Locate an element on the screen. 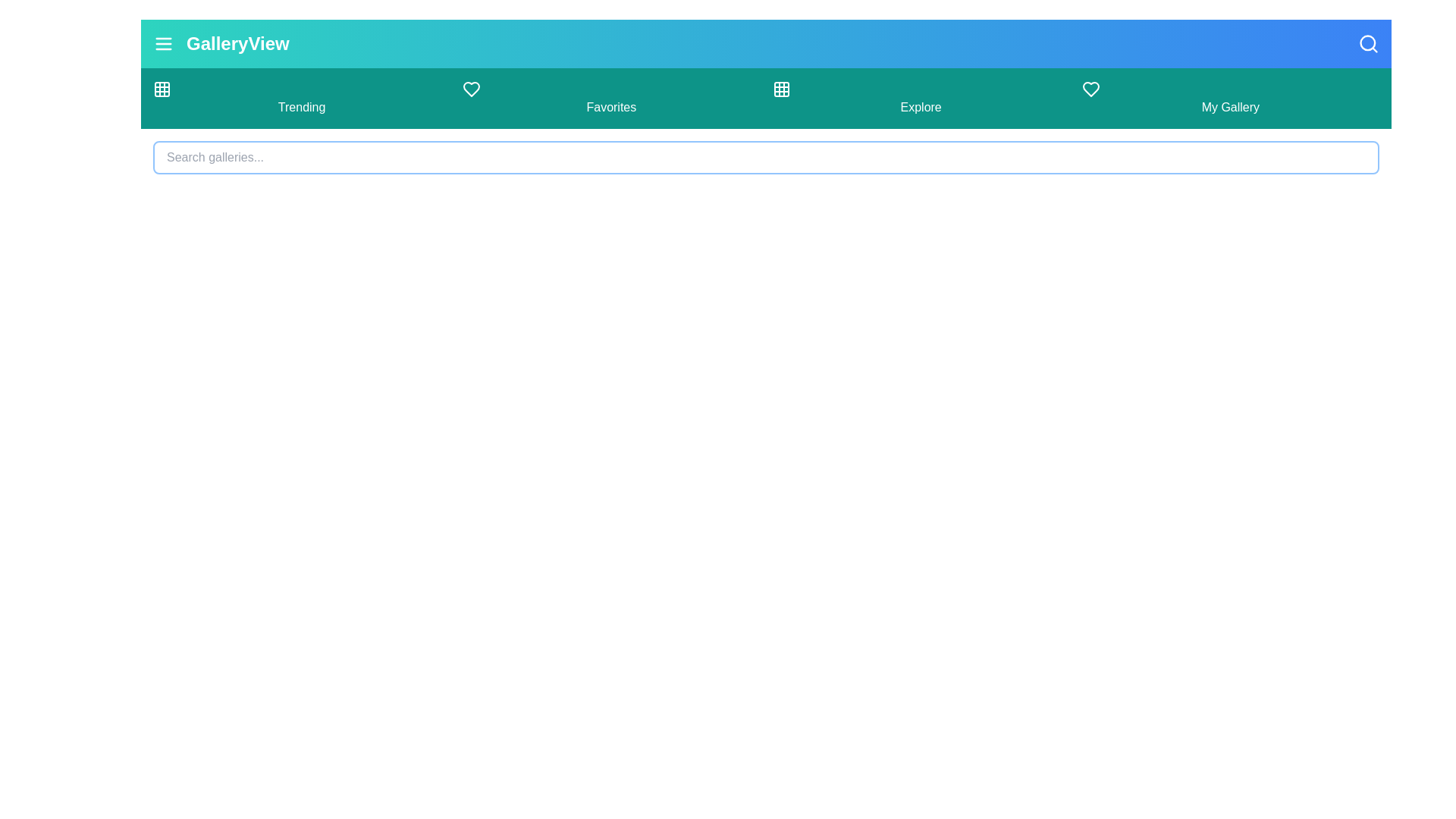 This screenshot has height=819, width=1456. the menu item labeled My Gallery in the navigation drawer is located at coordinates (1230, 99).